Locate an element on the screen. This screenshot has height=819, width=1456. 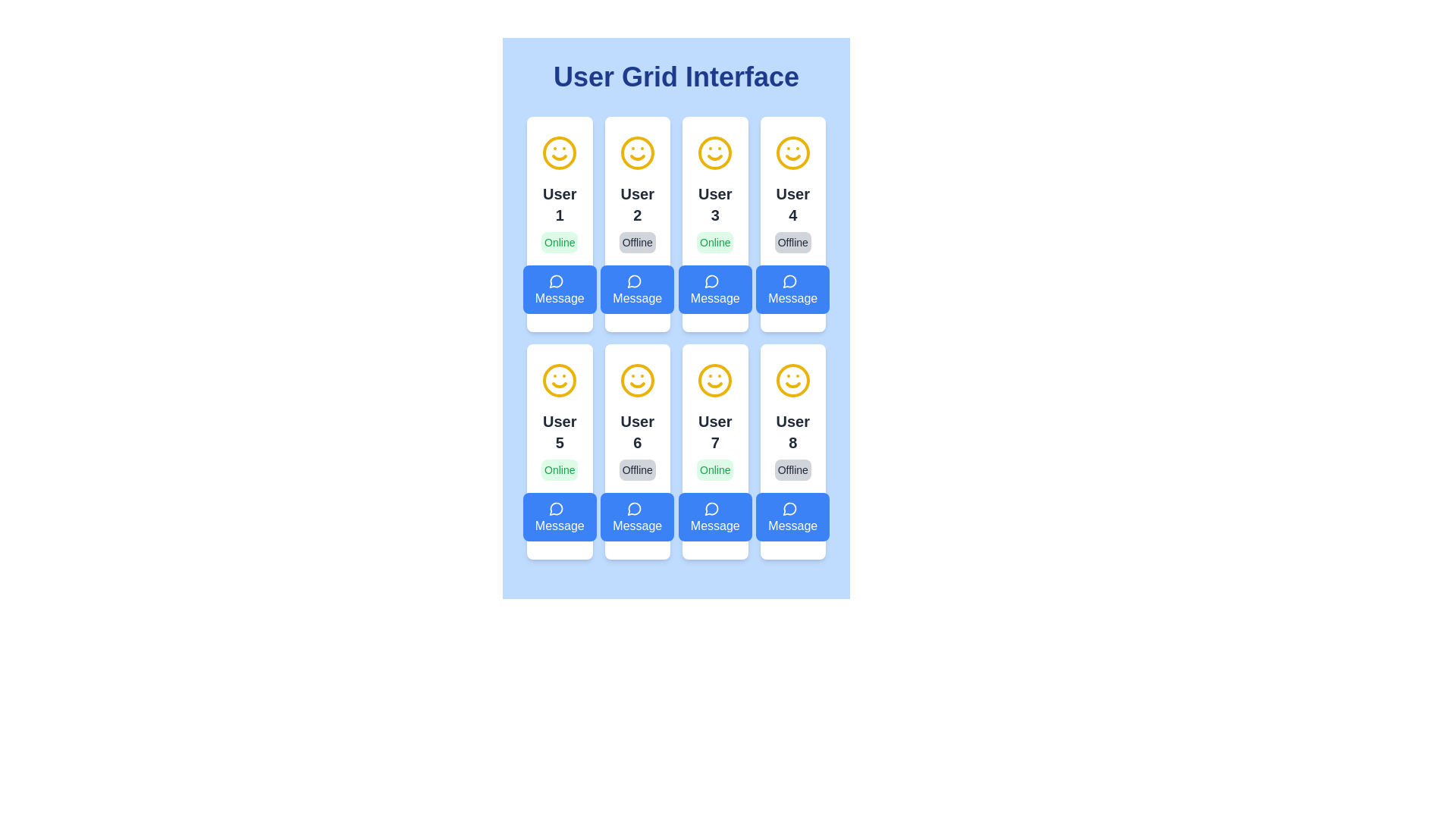
the Status indicator badge indicating the online status of 'User 1', which is located below the username and above the Message button is located at coordinates (559, 242).